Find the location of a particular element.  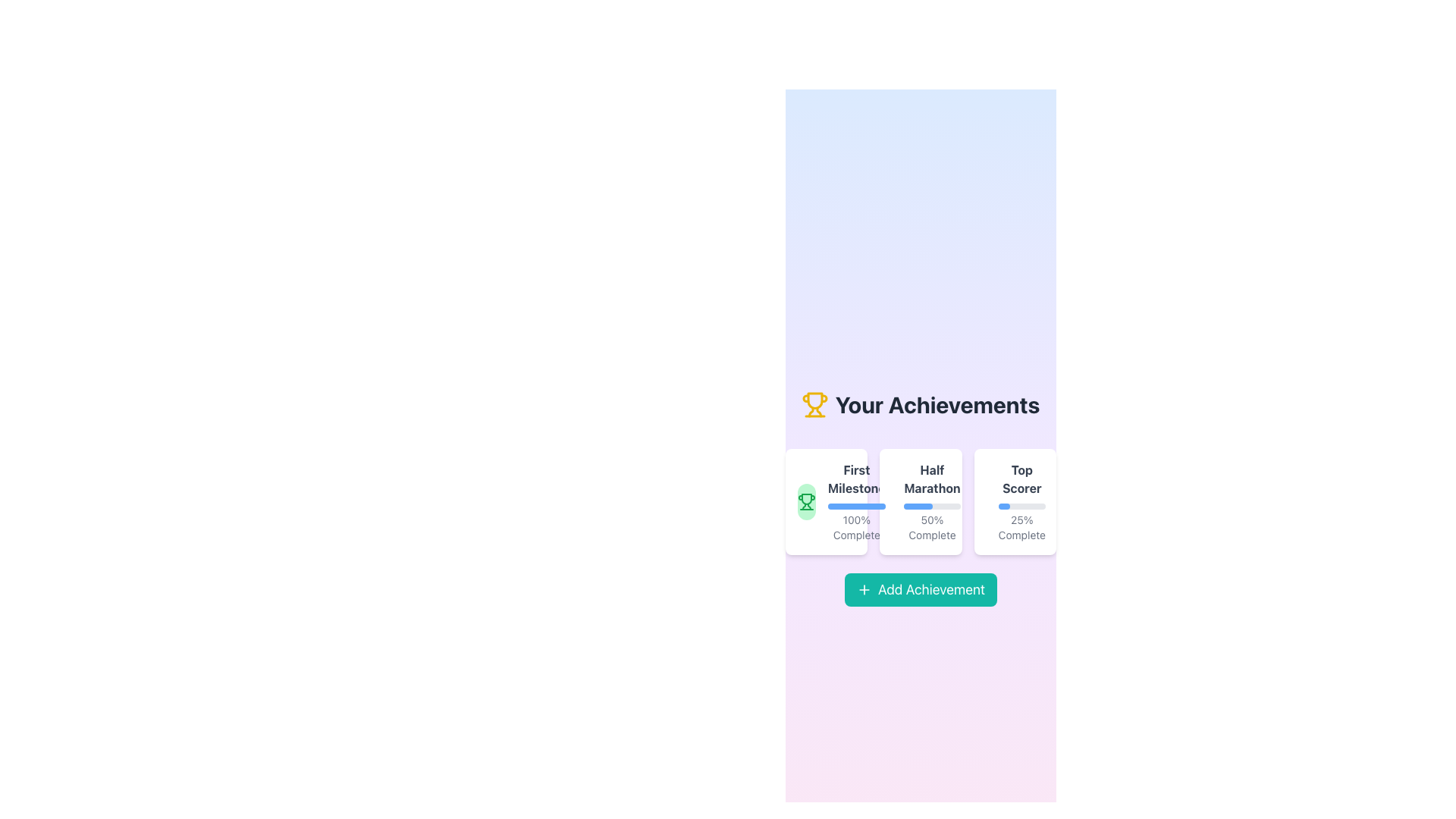

the card within the central grid layout beneath the header 'Your Achievements' is located at coordinates (920, 502).